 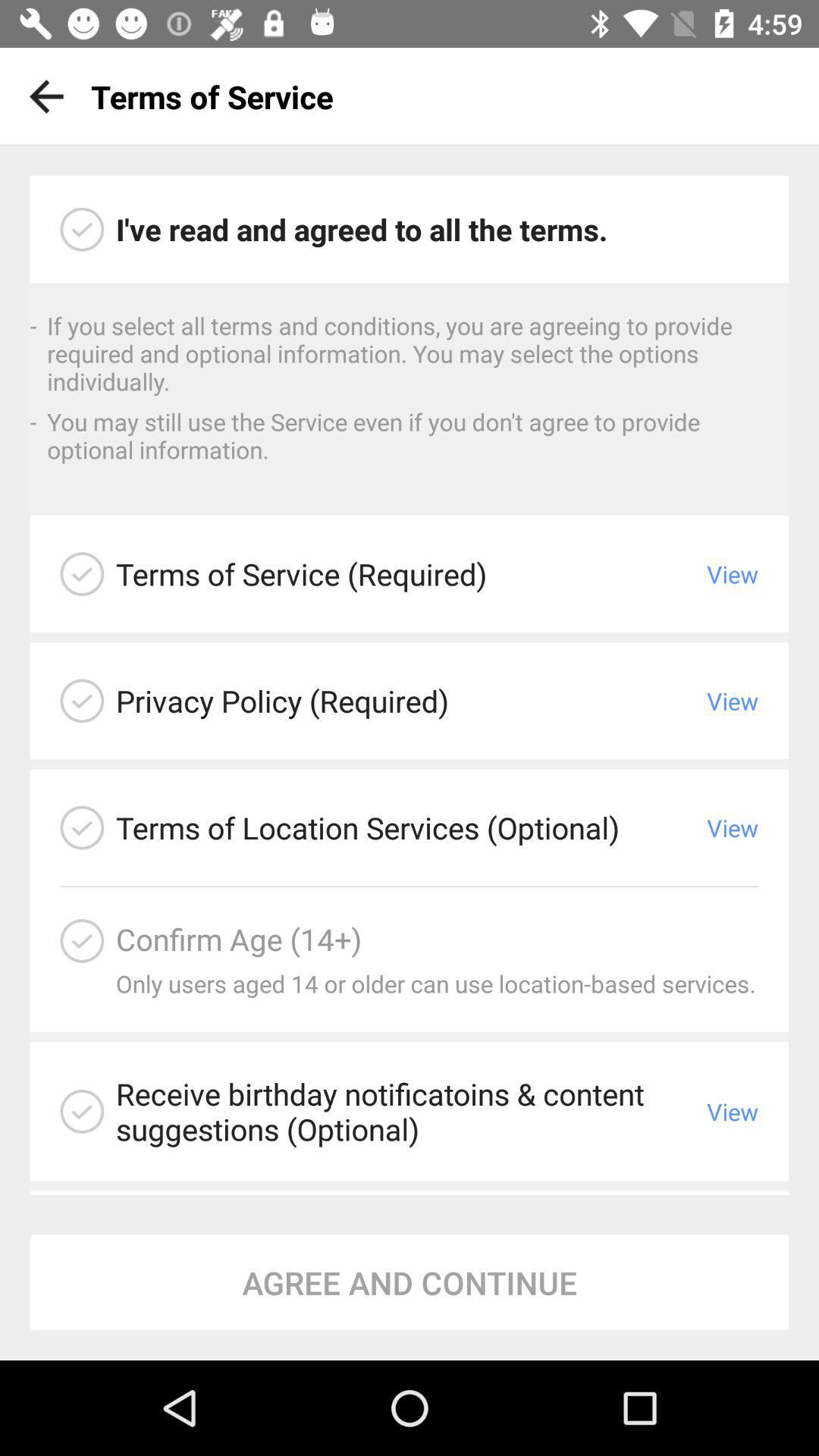 What do you see at coordinates (82, 228) in the screenshot?
I see `click circle to indicate you have read all the terms` at bounding box center [82, 228].